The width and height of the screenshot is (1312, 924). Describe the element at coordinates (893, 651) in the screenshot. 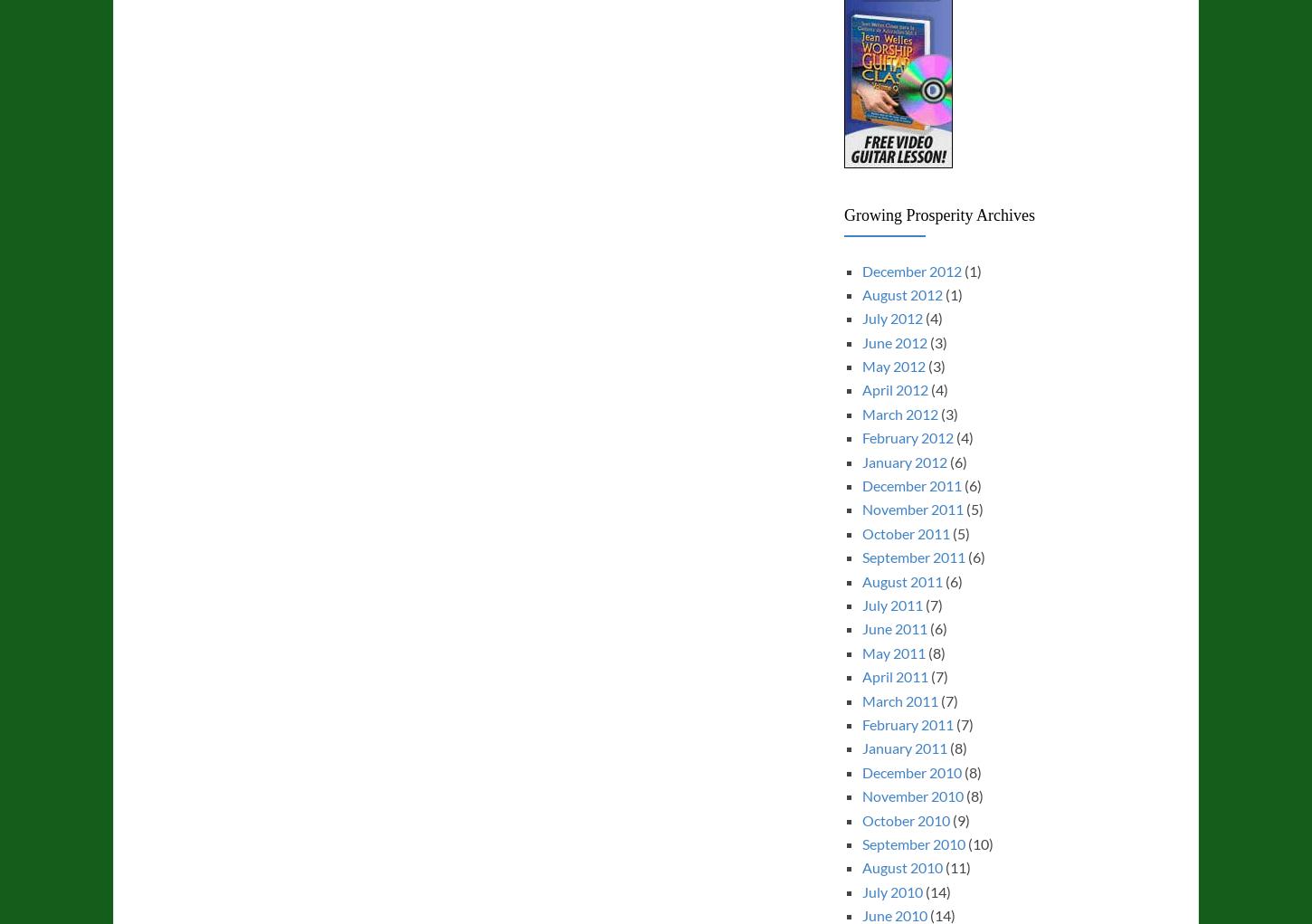

I see `'May 2011'` at that location.